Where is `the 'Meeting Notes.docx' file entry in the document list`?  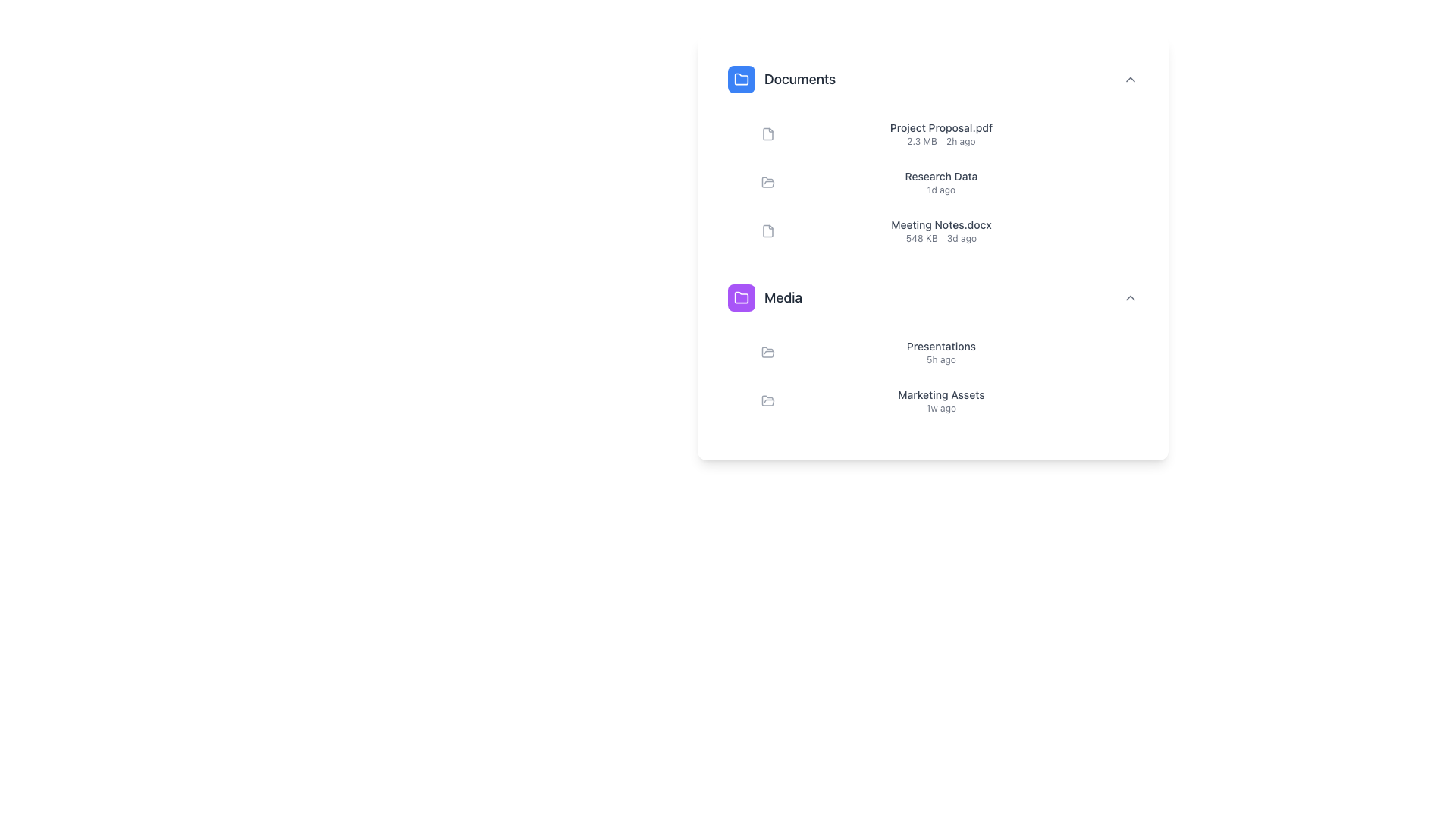 the 'Meeting Notes.docx' file entry in the document list is located at coordinates (950, 231).